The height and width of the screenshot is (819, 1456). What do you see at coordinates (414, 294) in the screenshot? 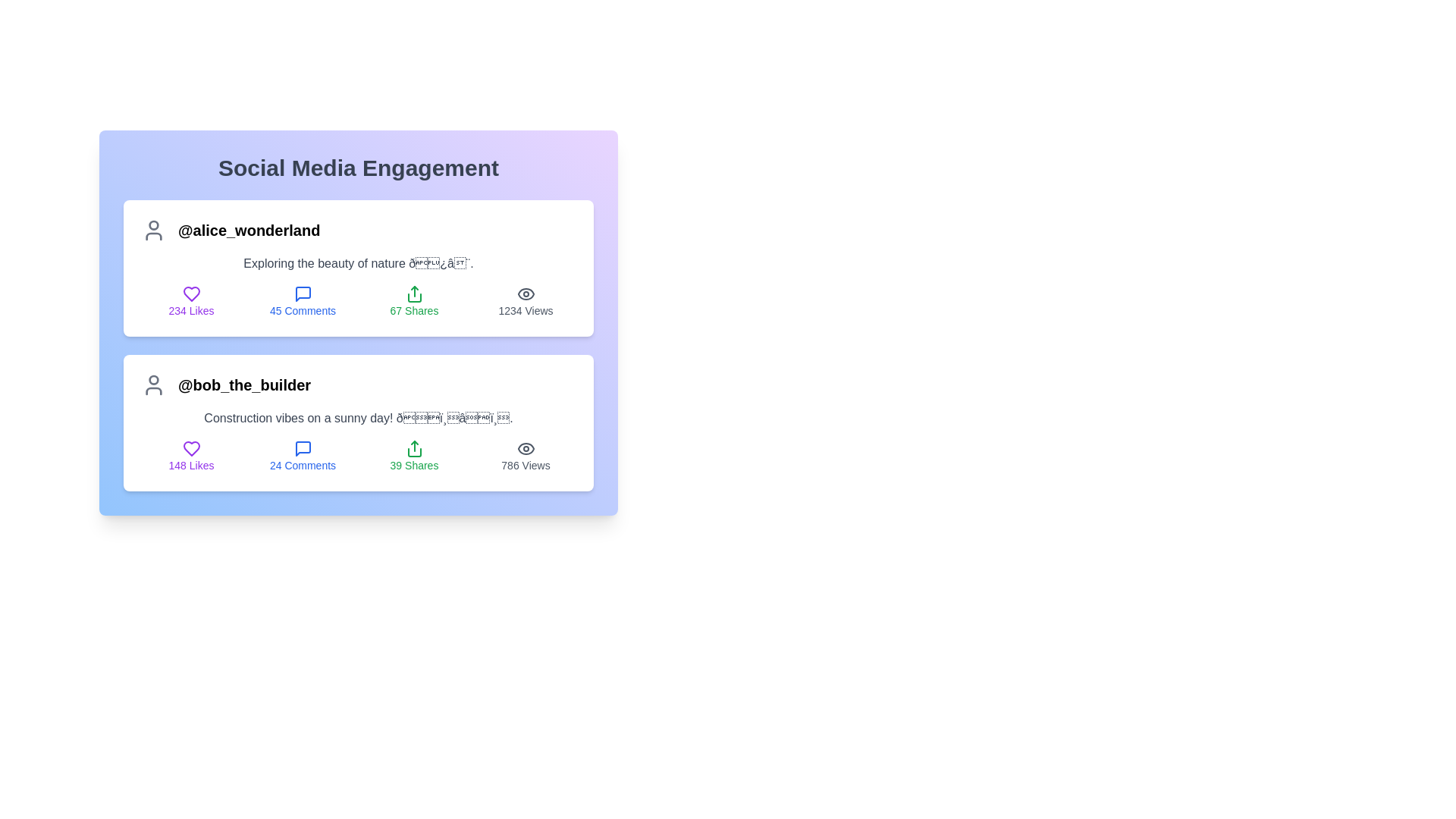
I see `the share icon button with a green outline, which features an upward-pointing arrow` at bounding box center [414, 294].